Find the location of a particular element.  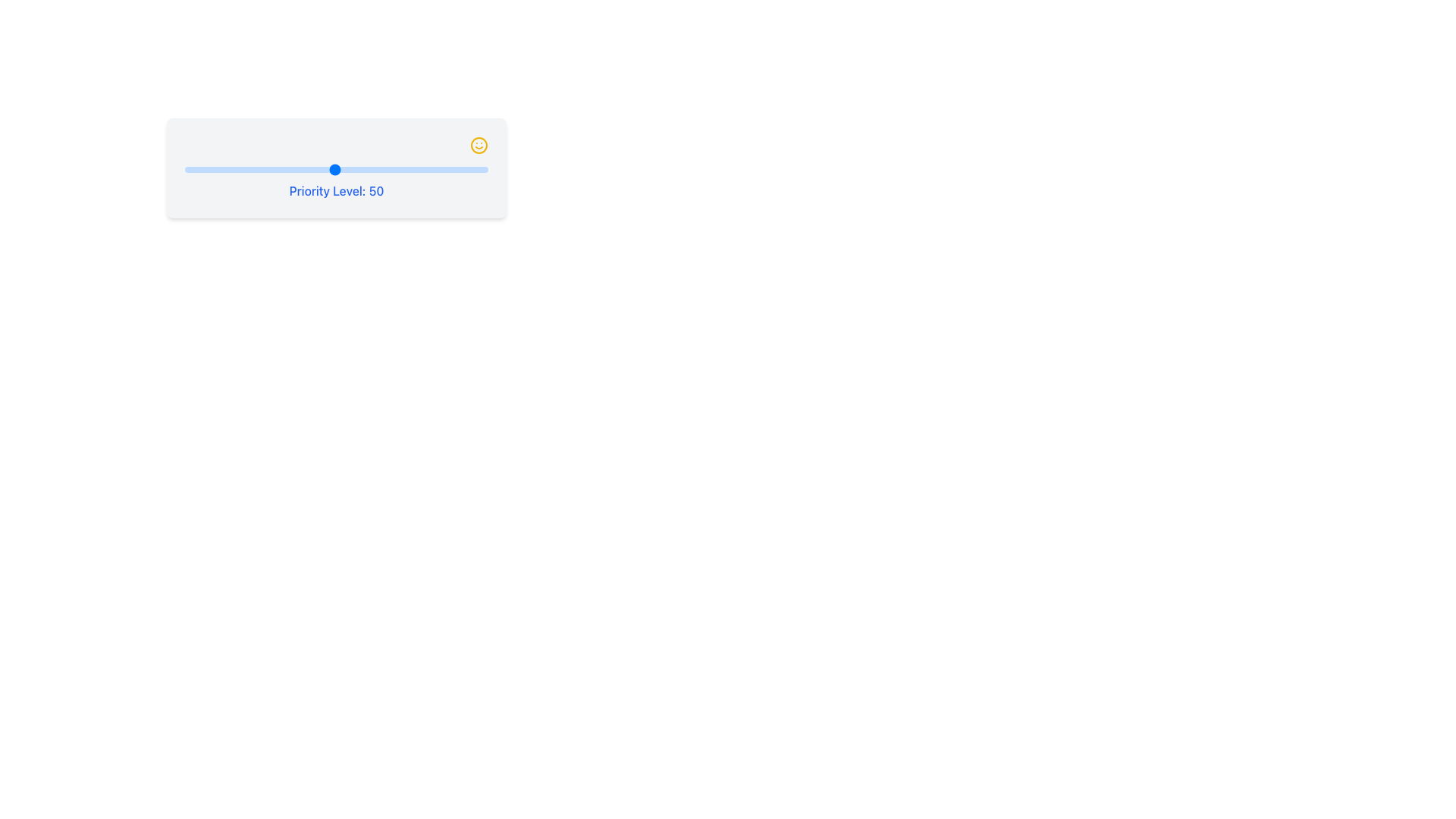

the priority level is located at coordinates (411, 169).